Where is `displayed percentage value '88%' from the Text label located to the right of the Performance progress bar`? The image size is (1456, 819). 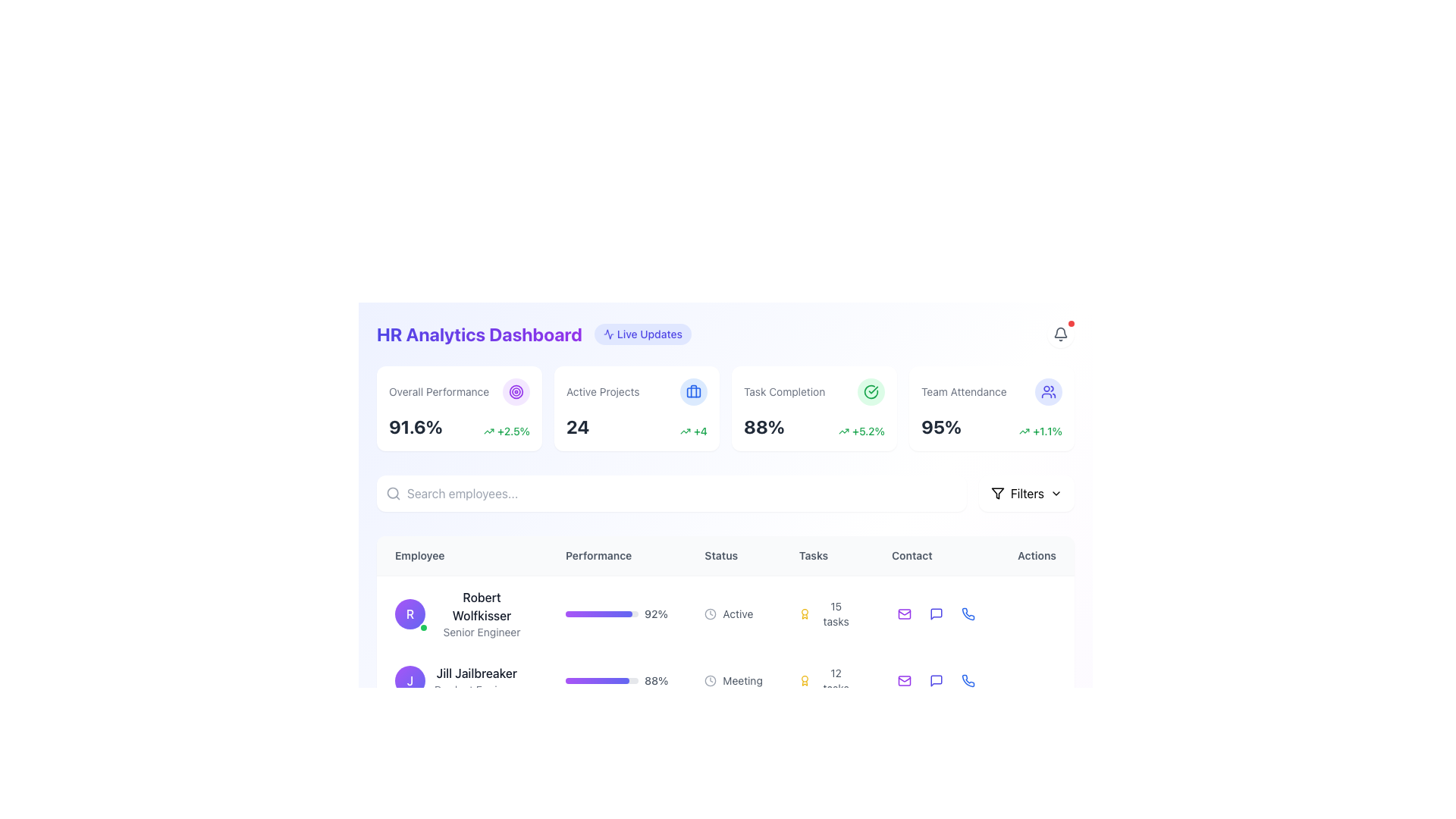
displayed percentage value '88%' from the Text label located to the right of the Performance progress bar is located at coordinates (656, 680).